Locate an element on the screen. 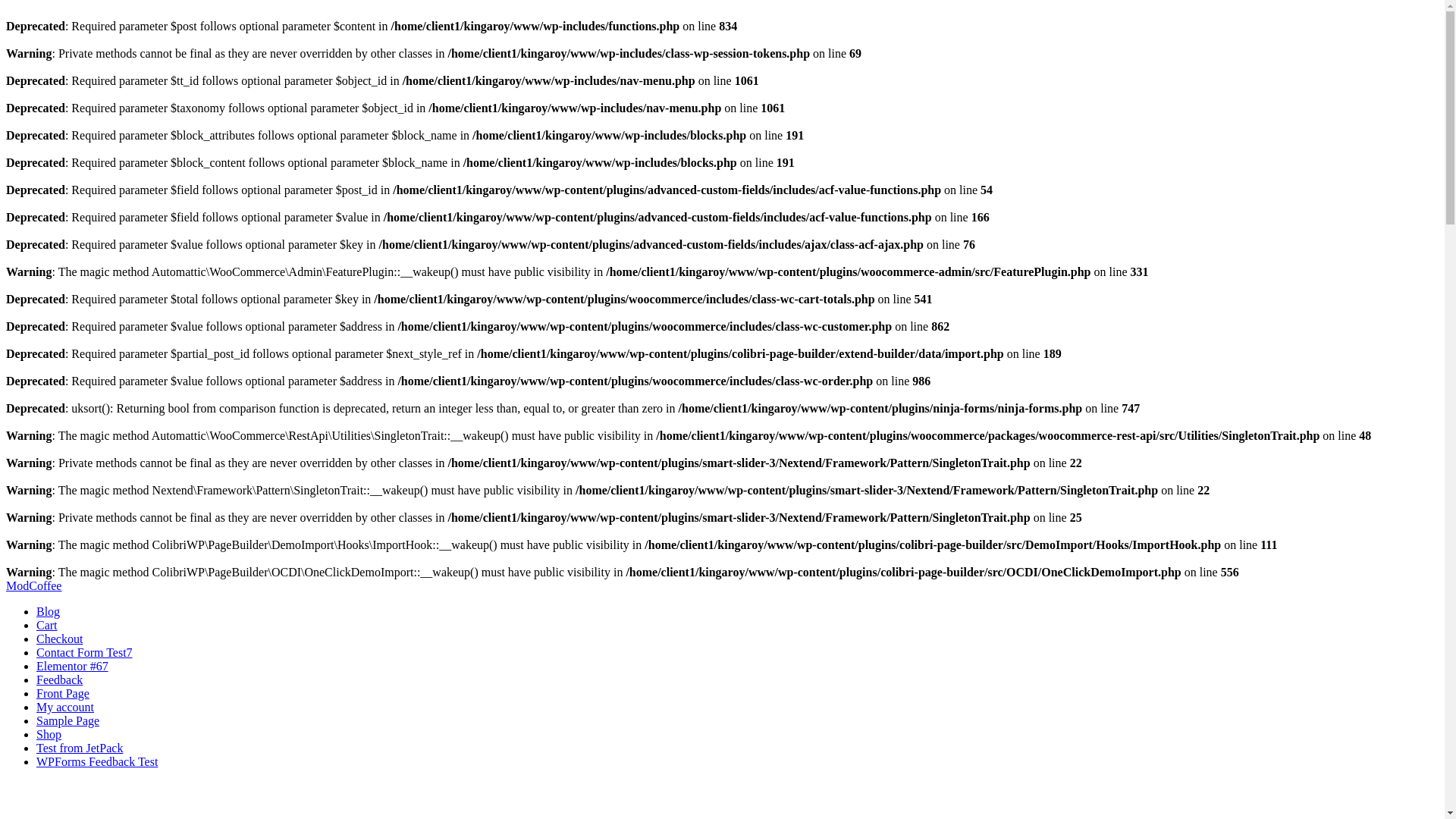  'My account' is located at coordinates (64, 707).